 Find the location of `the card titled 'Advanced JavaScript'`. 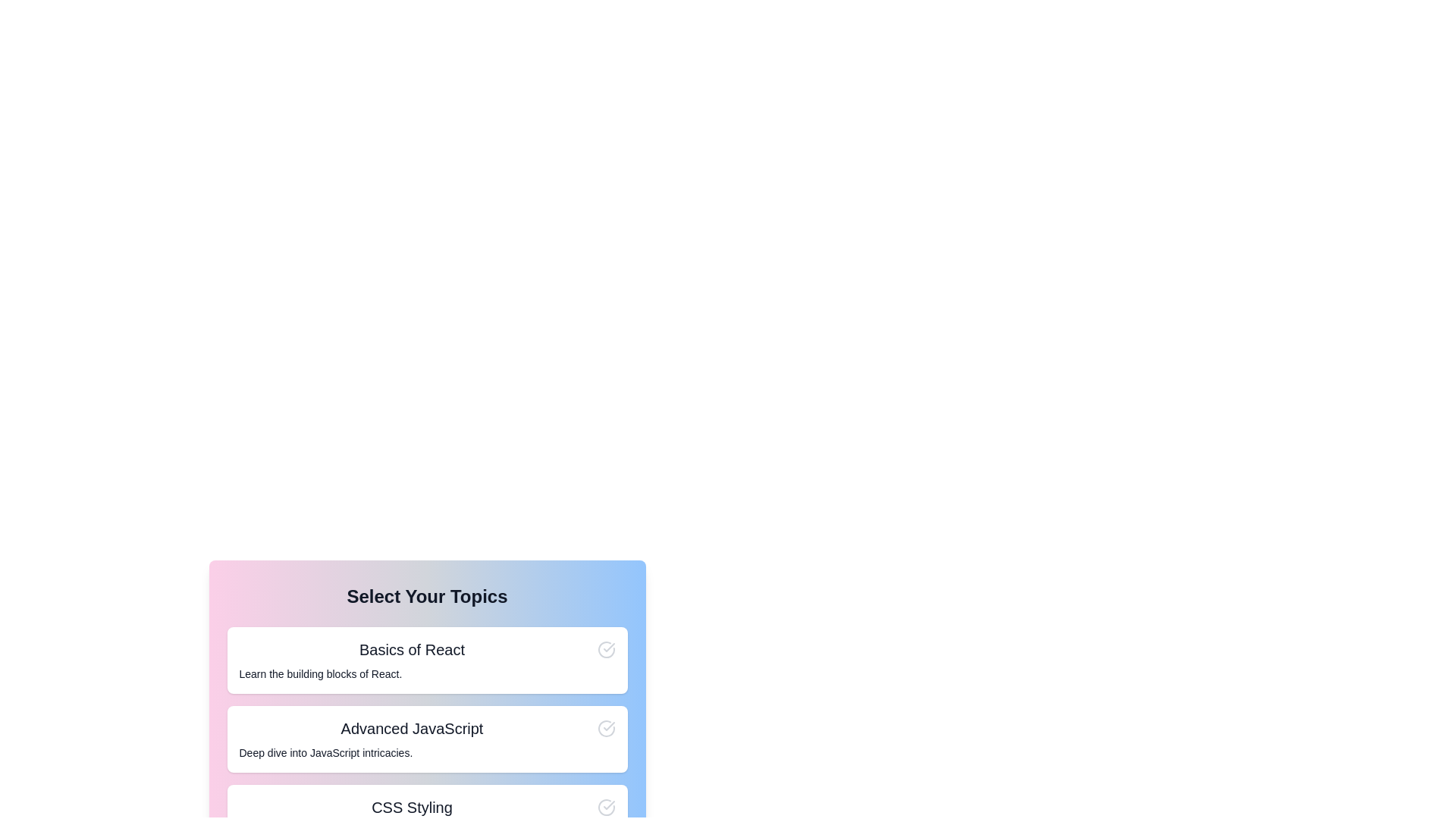

the card titled 'Advanced JavaScript' is located at coordinates (426, 739).